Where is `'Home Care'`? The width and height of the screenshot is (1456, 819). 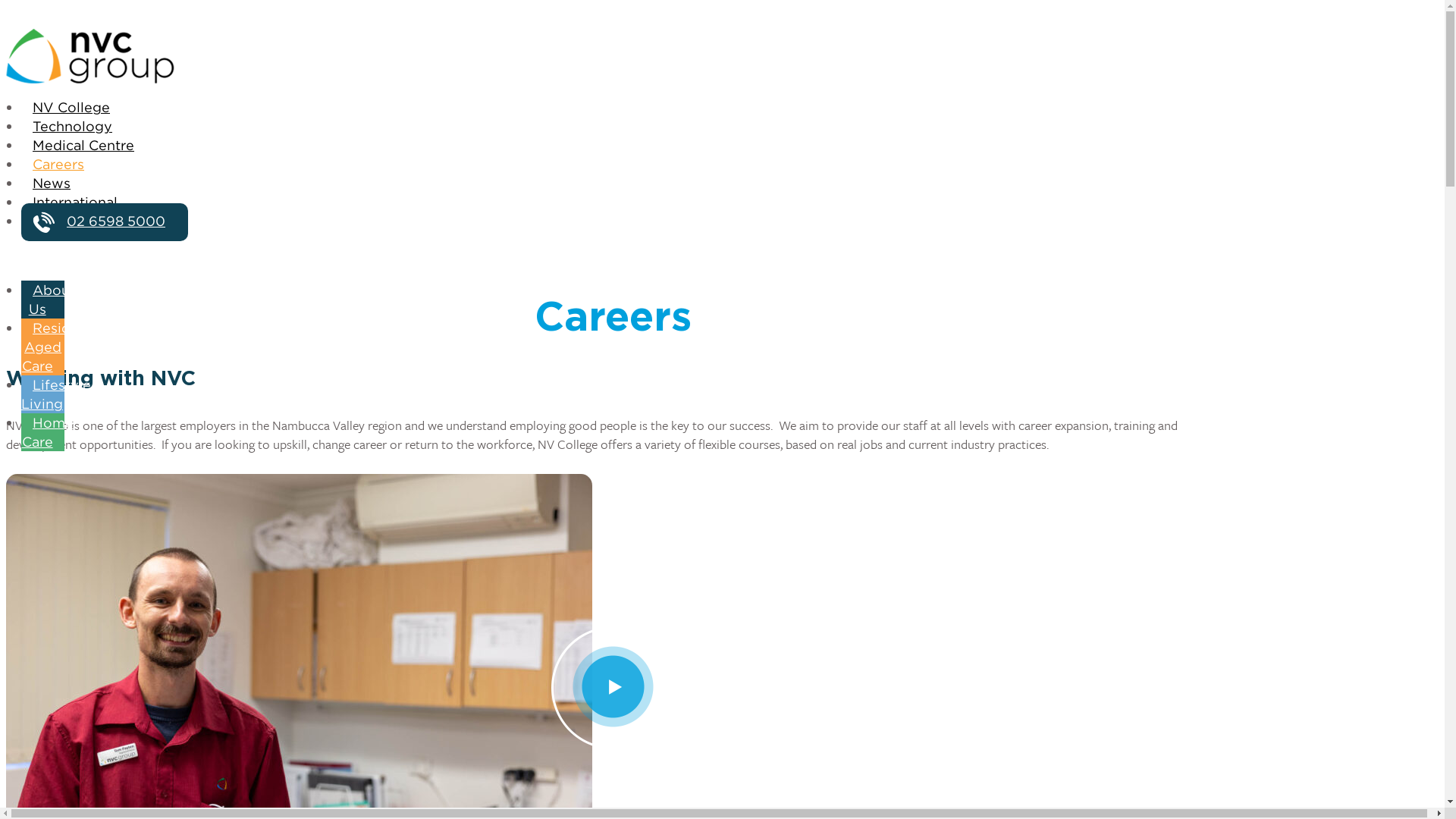 'Home Care' is located at coordinates (47, 433).